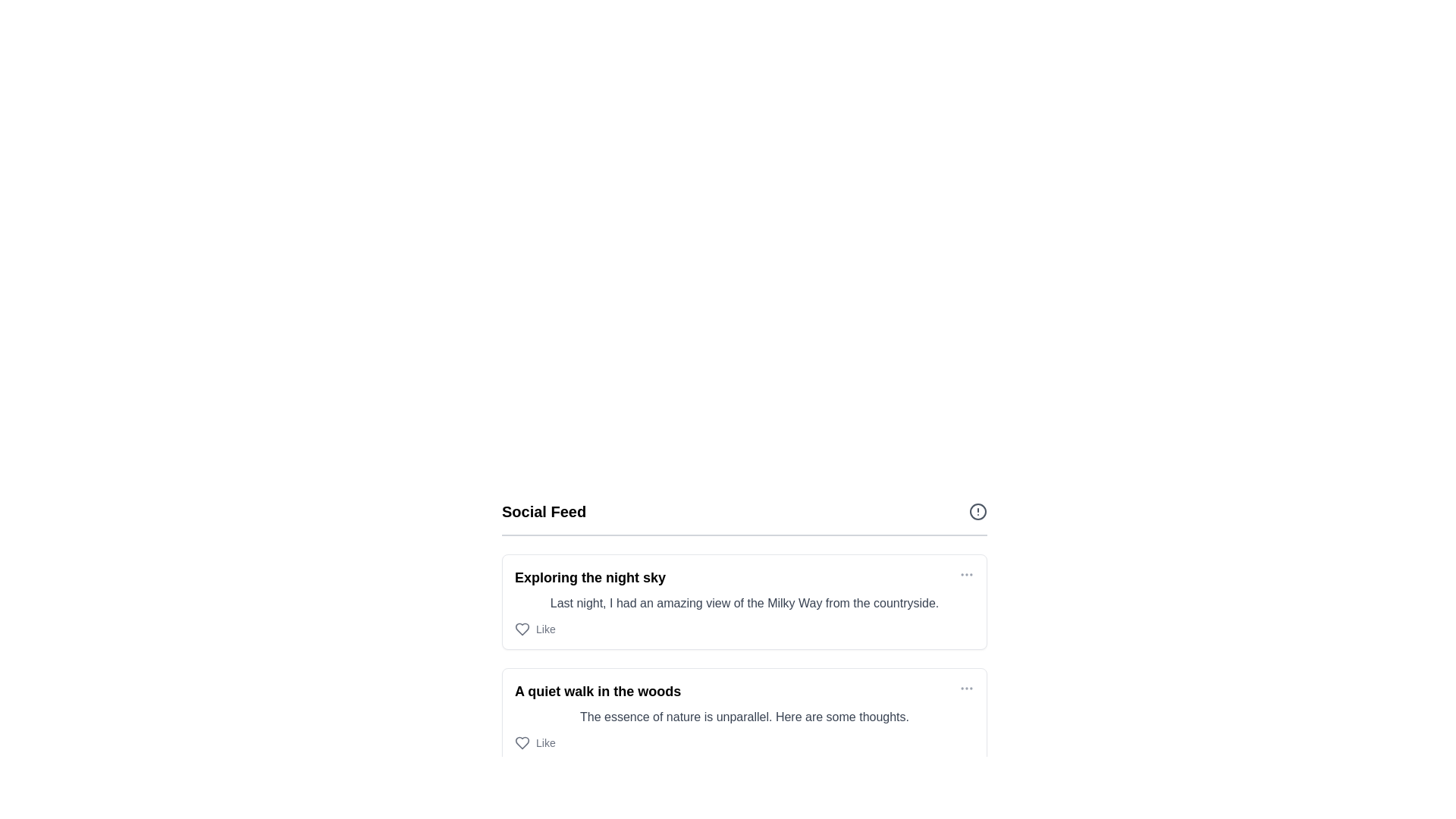 The width and height of the screenshot is (1456, 819). What do you see at coordinates (589, 578) in the screenshot?
I see `the heading text element displaying 'Exploring the night sky', which is bold and large-sized, located near the top of the content block` at bounding box center [589, 578].